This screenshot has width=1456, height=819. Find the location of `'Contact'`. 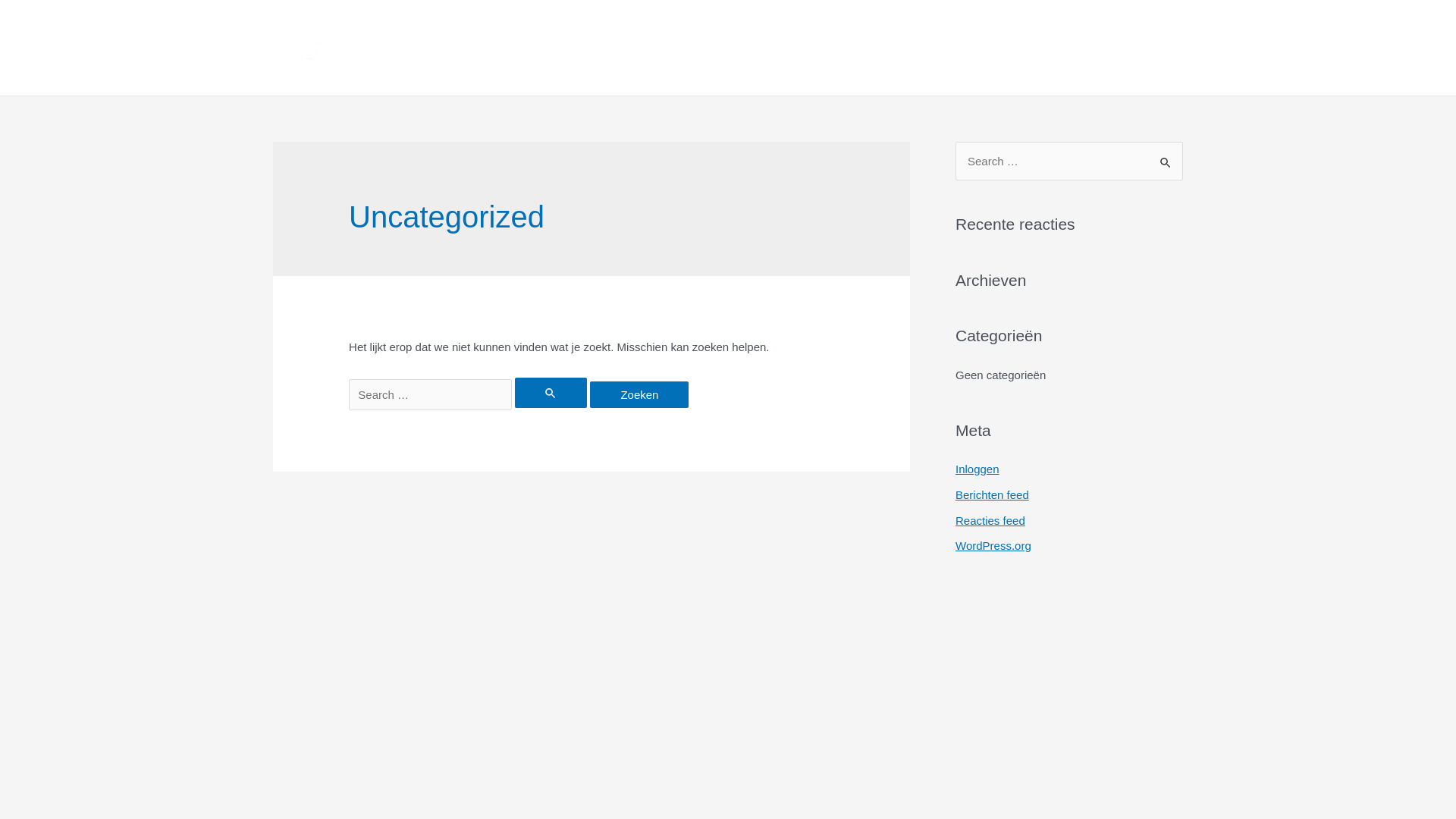

'Contact' is located at coordinates (1133, 46).